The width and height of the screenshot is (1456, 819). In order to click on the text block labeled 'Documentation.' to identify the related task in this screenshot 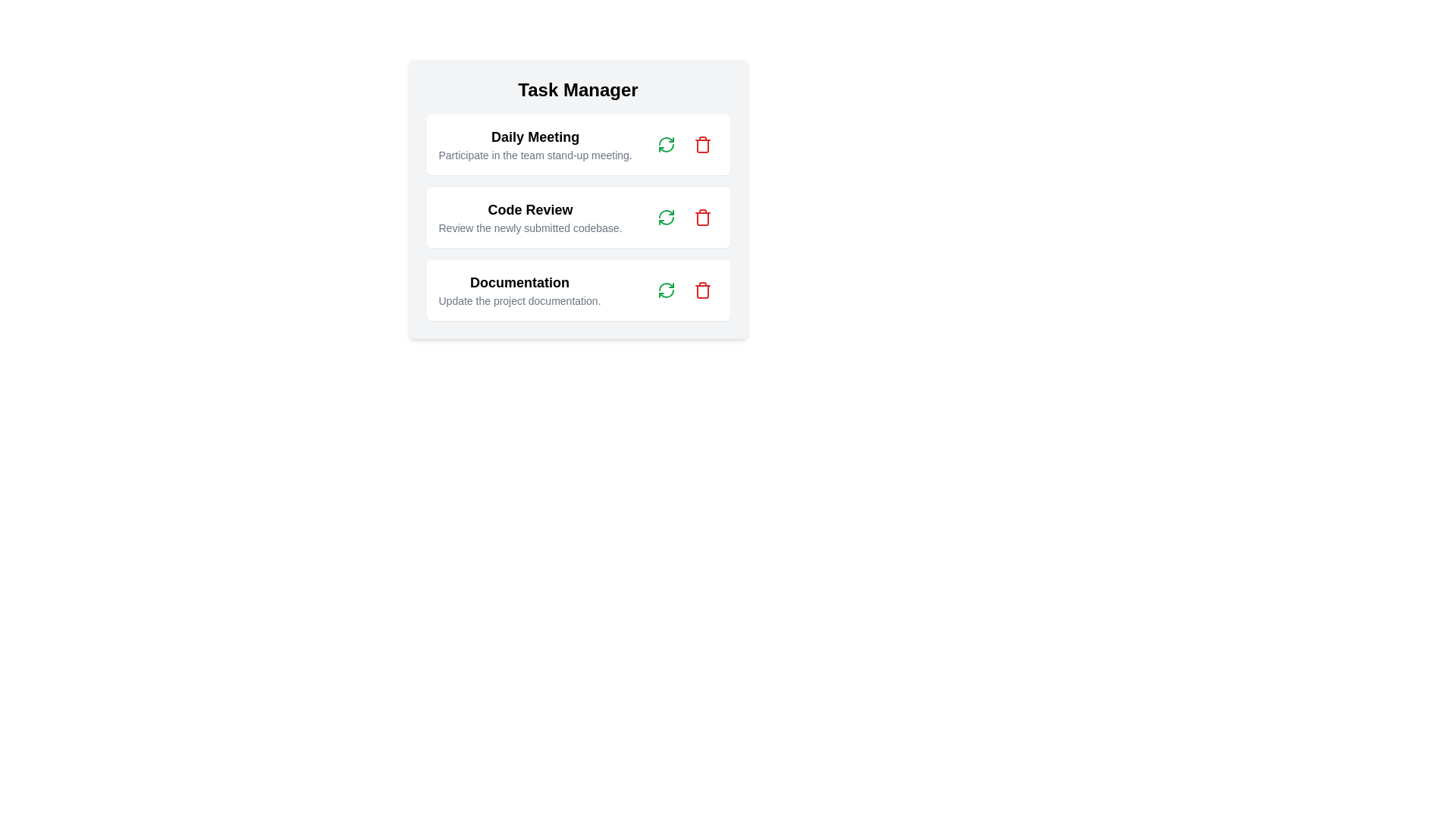, I will do `click(519, 290)`.